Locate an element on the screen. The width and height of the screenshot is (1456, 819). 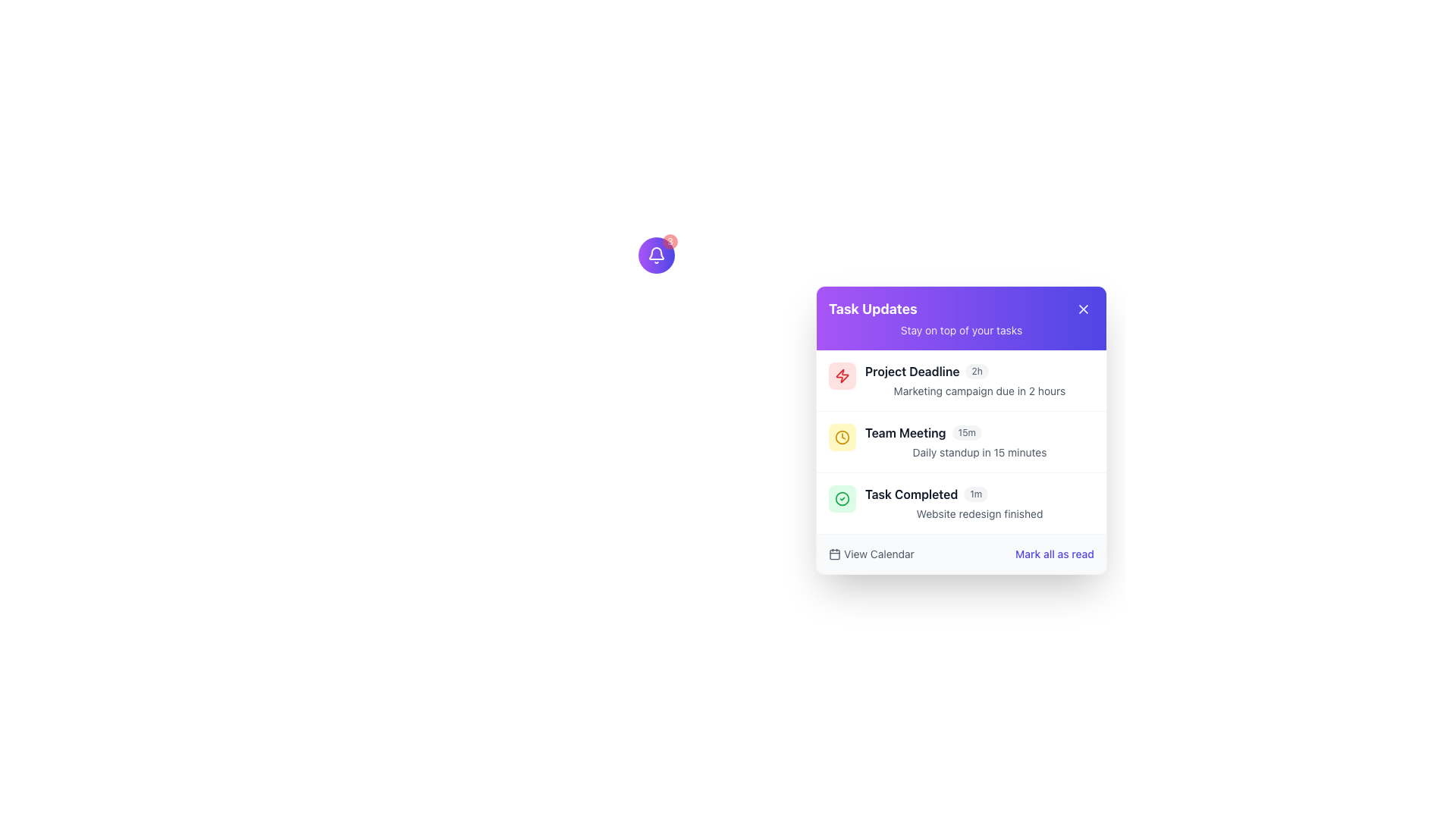
the text label that states 'Marketing campaign due in 2 hours', which is styled in gray and located under the 'Project Deadline' heading in the task notification card is located at coordinates (979, 391).